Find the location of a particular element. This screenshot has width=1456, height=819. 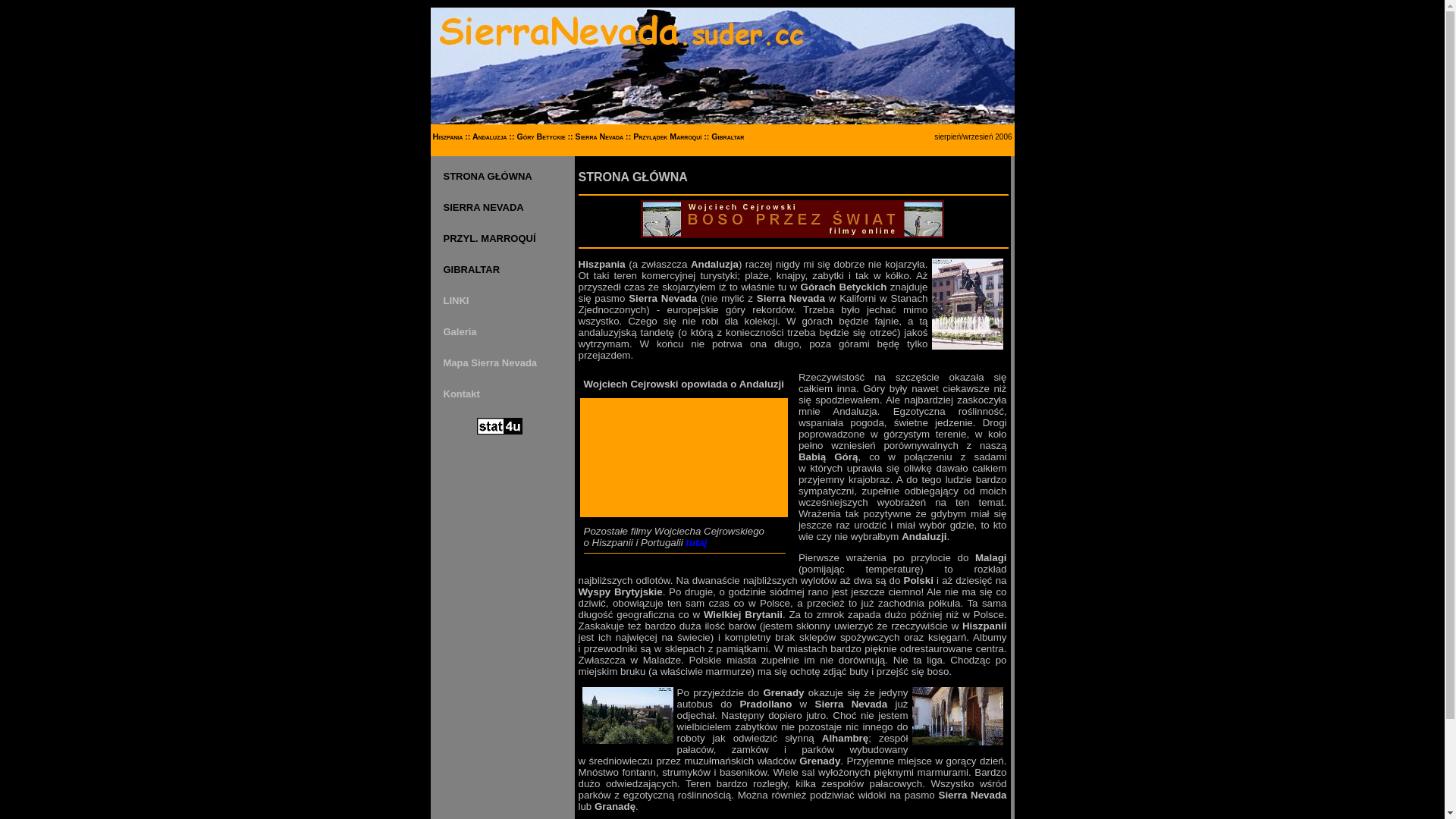

'Galeria' is located at coordinates (458, 331).